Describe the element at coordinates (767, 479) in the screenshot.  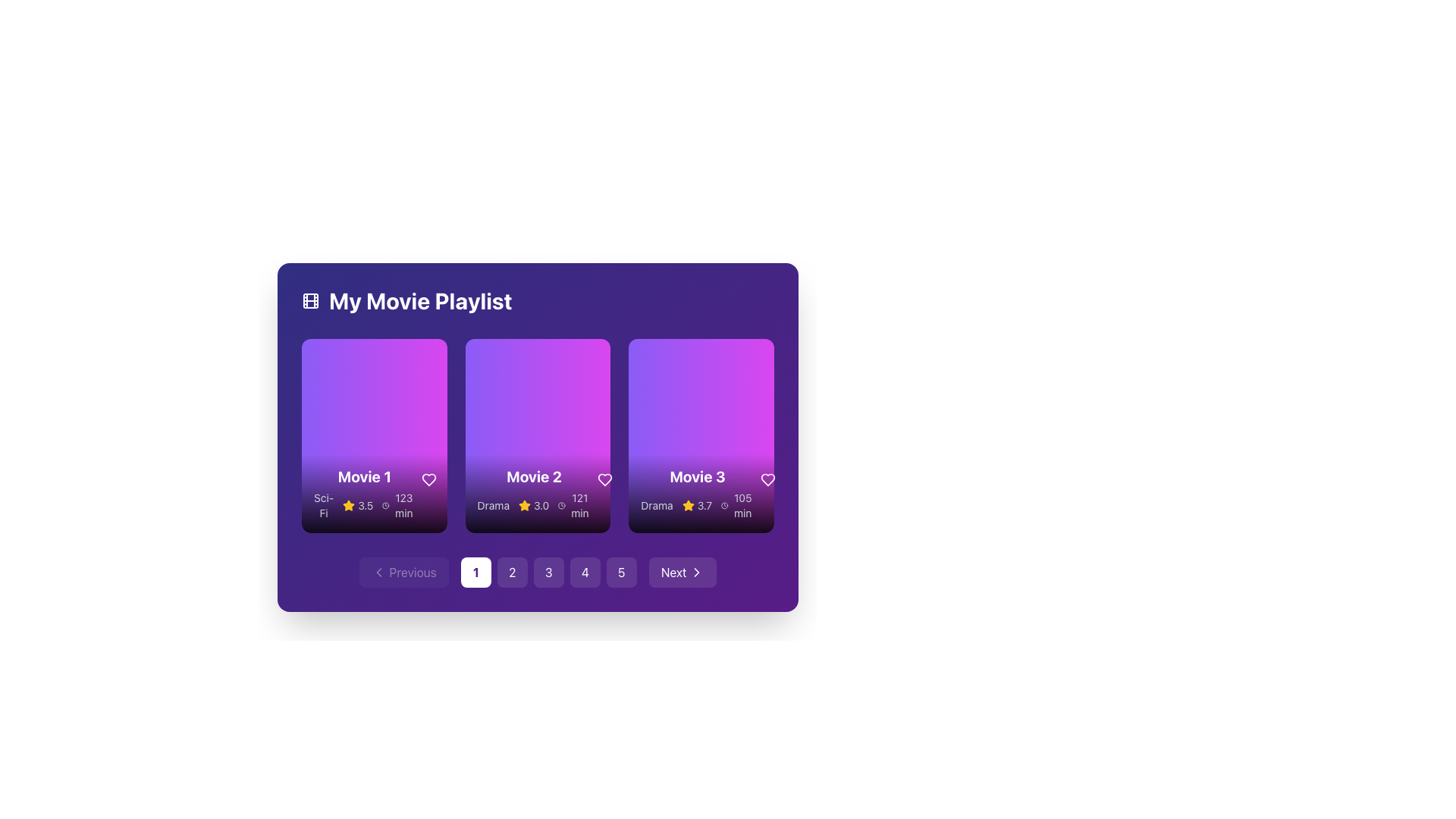
I see `the heart icon on the purple card labeled 'Movie 3' in the 'My Movie Playlist' section to like or unlike the item` at that location.